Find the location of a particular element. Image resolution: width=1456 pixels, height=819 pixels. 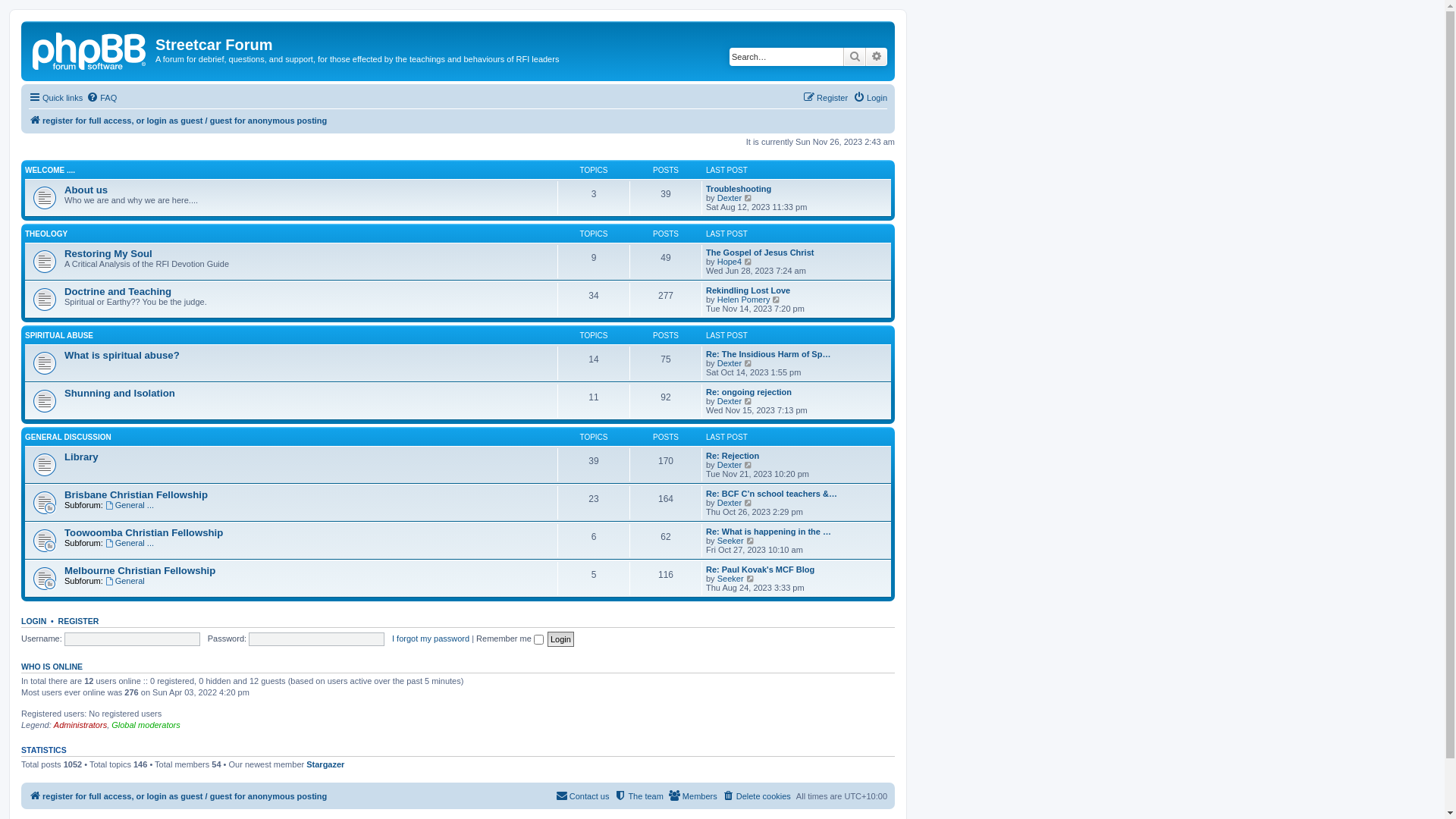

'Global moderators' is located at coordinates (111, 724).